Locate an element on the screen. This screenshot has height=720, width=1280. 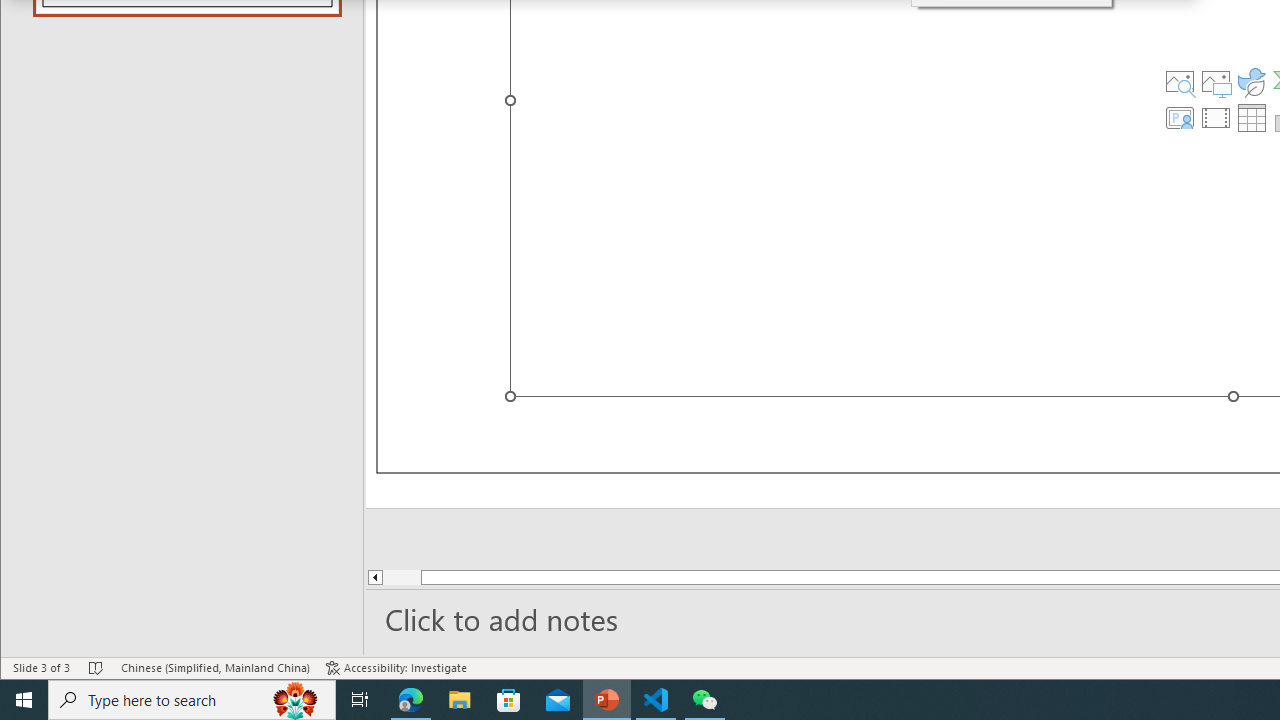
'Pictures' is located at coordinates (1215, 81).